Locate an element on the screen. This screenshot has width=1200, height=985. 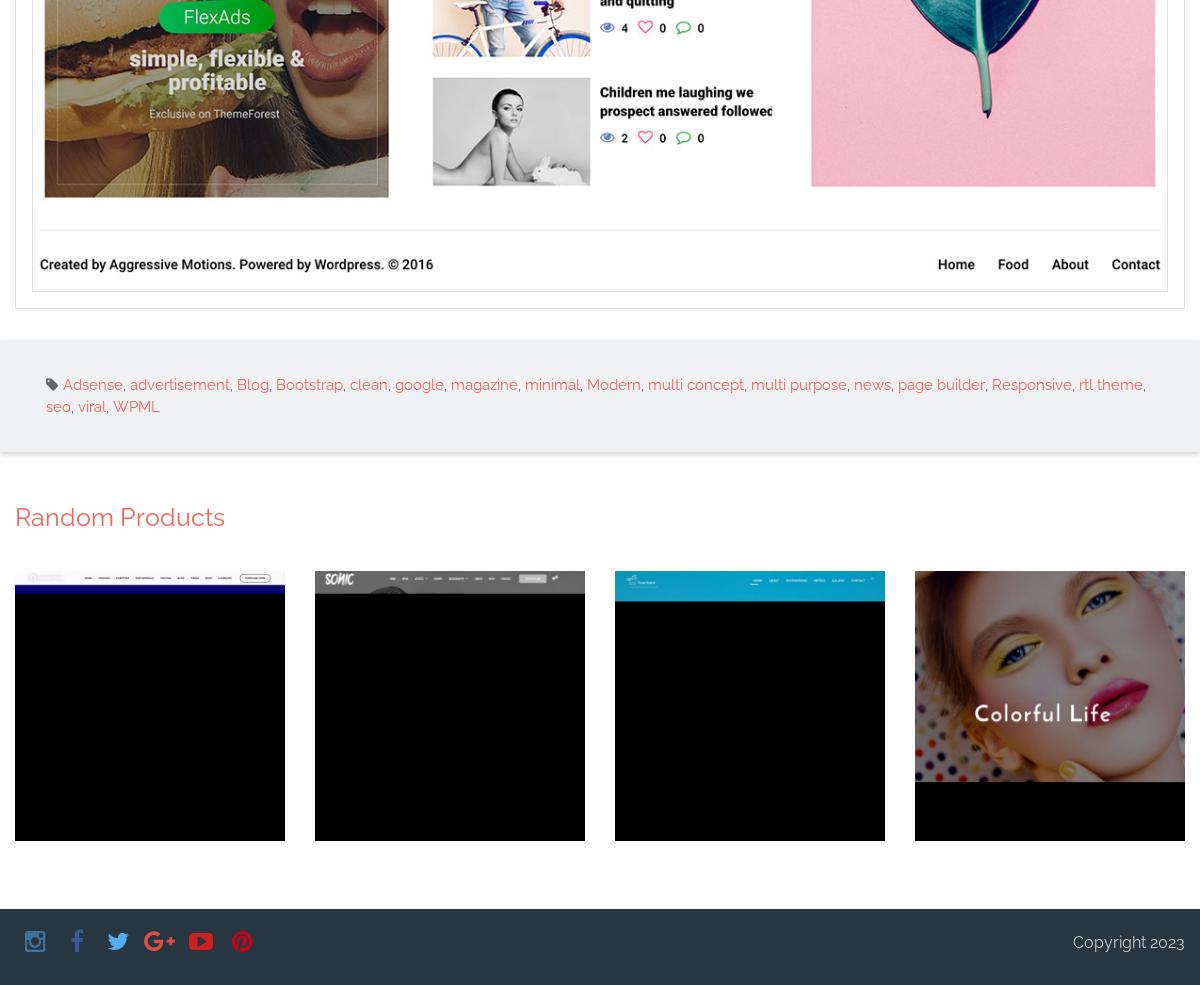
'WPML' is located at coordinates (136, 406).